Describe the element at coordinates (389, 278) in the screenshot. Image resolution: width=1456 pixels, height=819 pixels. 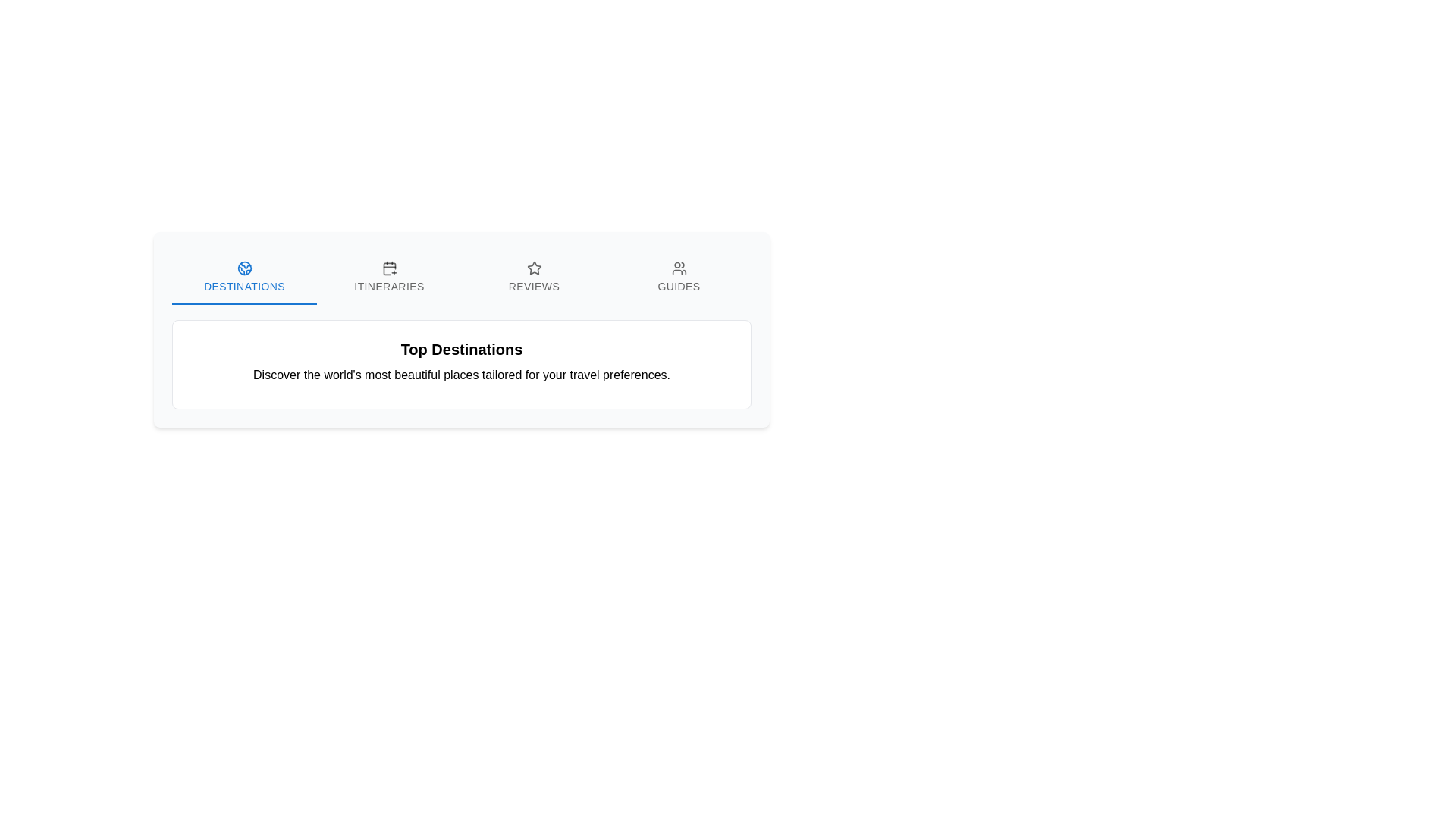
I see `the 'Itineraries' tab item, which features a calendar icon with a plus sign and the text 'Itineraries', located as the second tab in the tab bar` at that location.